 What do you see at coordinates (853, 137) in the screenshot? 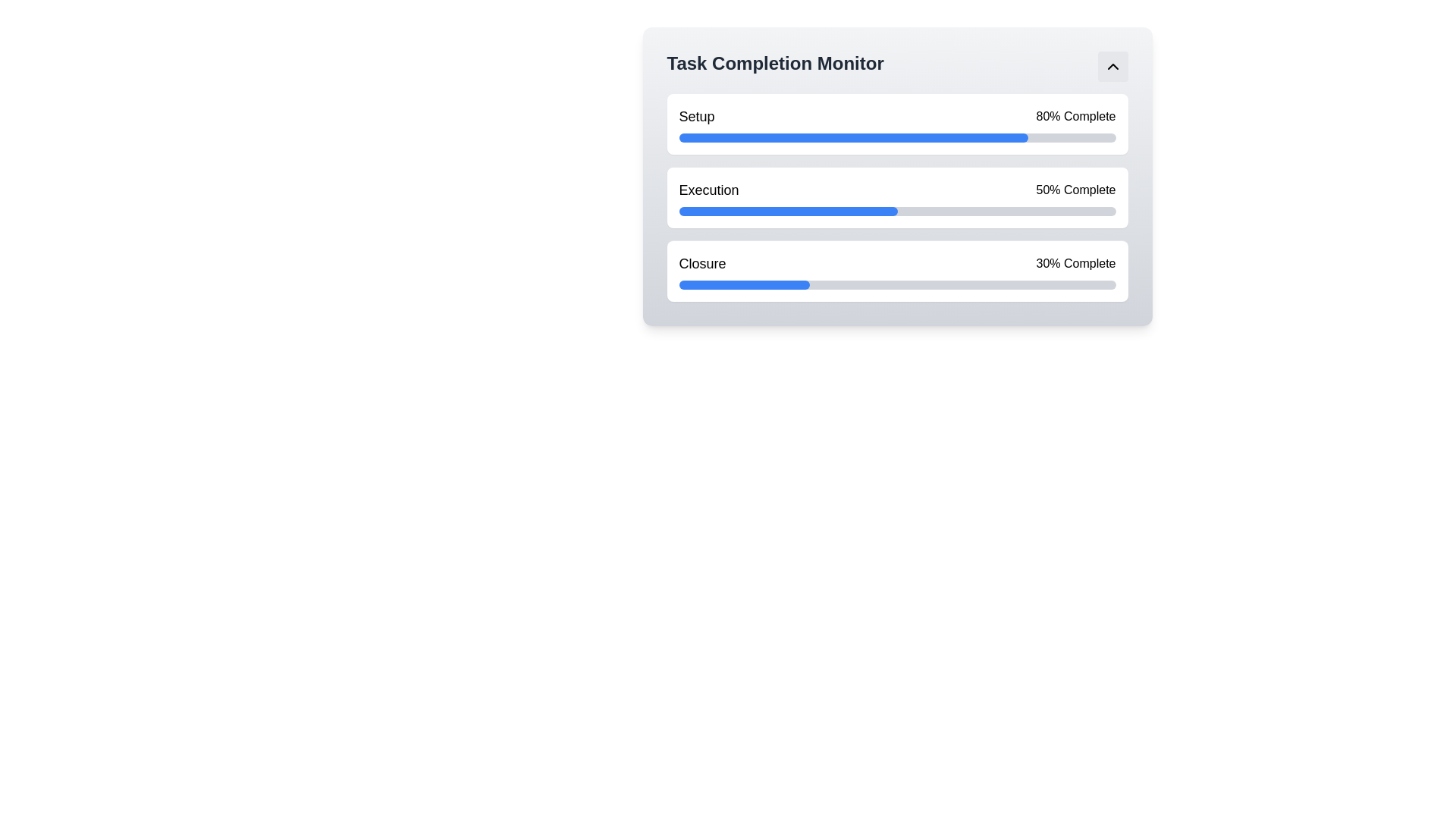
I see `the filled blue progress bar segment indicating 80% completion in the 'Setup' progress bar within the 'Task Completion Monitor' panel` at bounding box center [853, 137].